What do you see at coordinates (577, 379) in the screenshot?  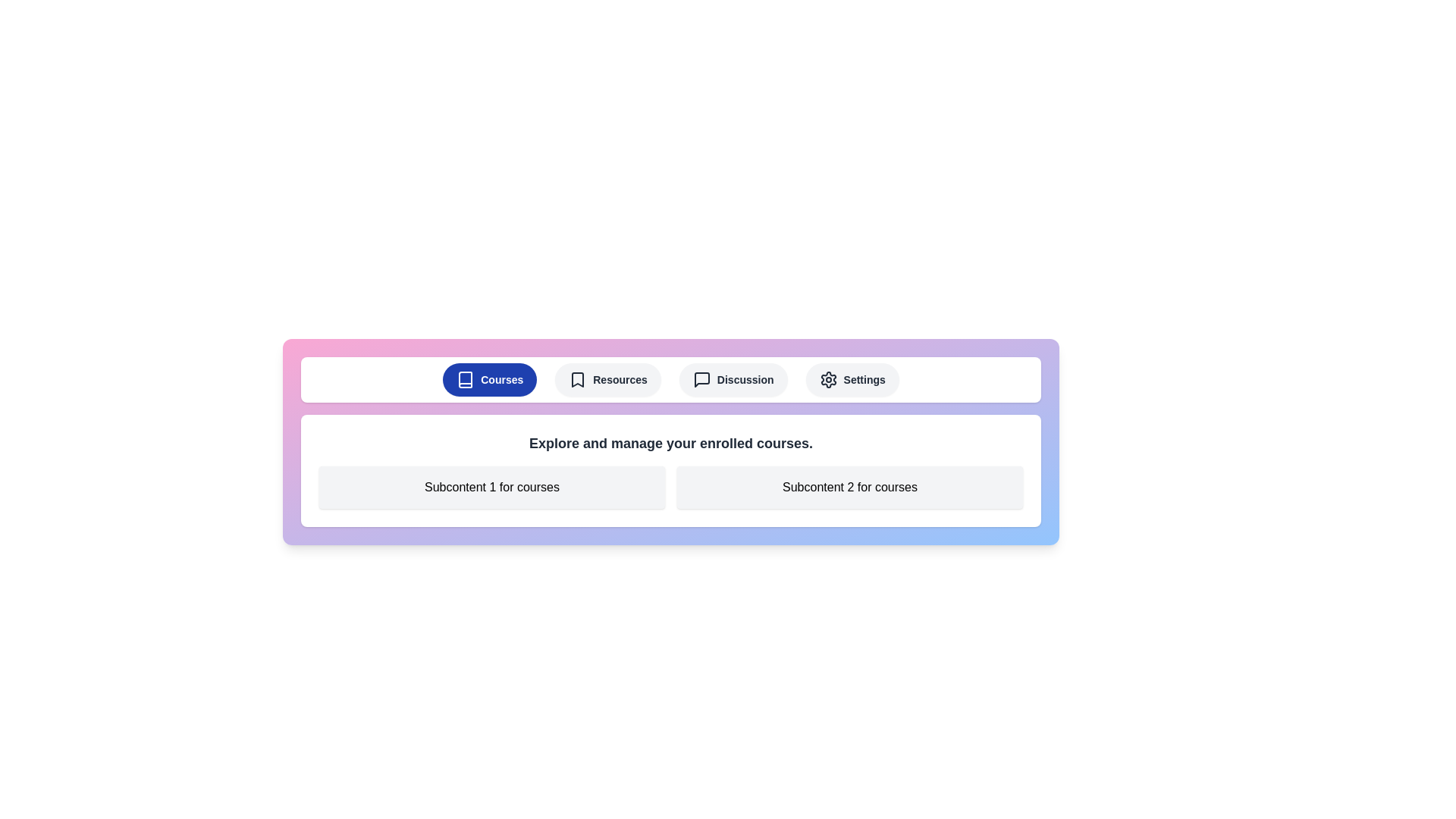 I see `the bookmark icon in the navigation bar` at bounding box center [577, 379].